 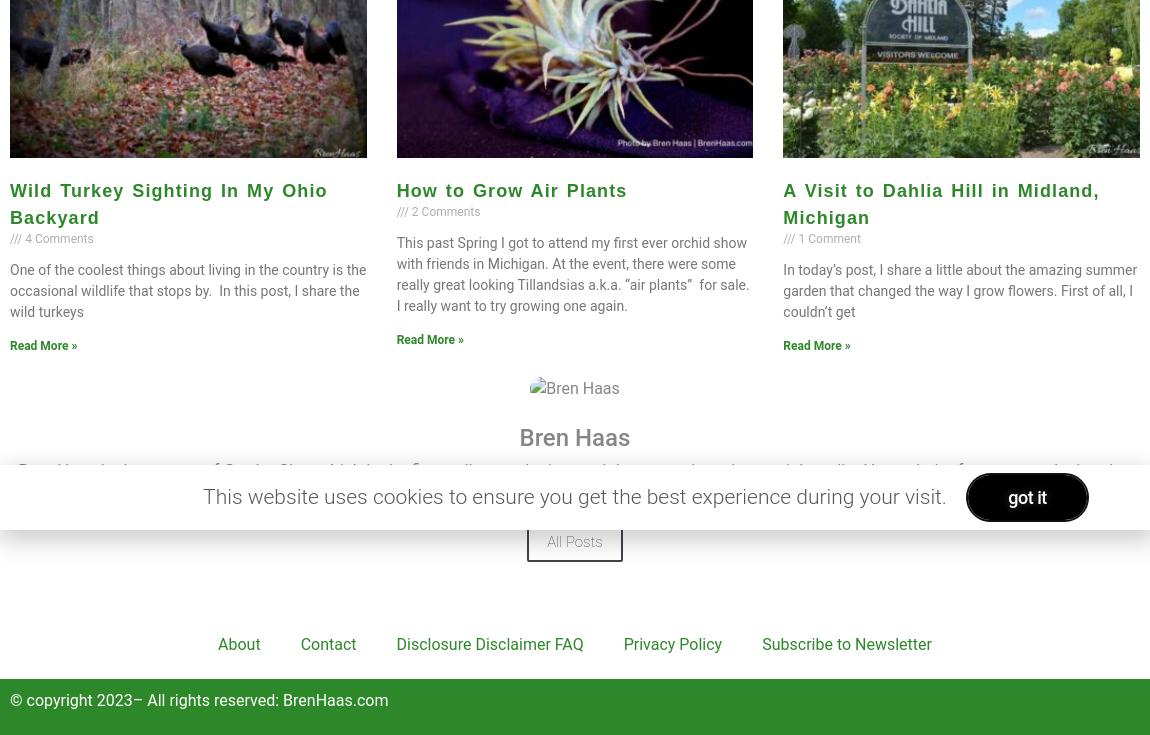 I want to click on 'BrenHaas.com', so click(x=335, y=699).